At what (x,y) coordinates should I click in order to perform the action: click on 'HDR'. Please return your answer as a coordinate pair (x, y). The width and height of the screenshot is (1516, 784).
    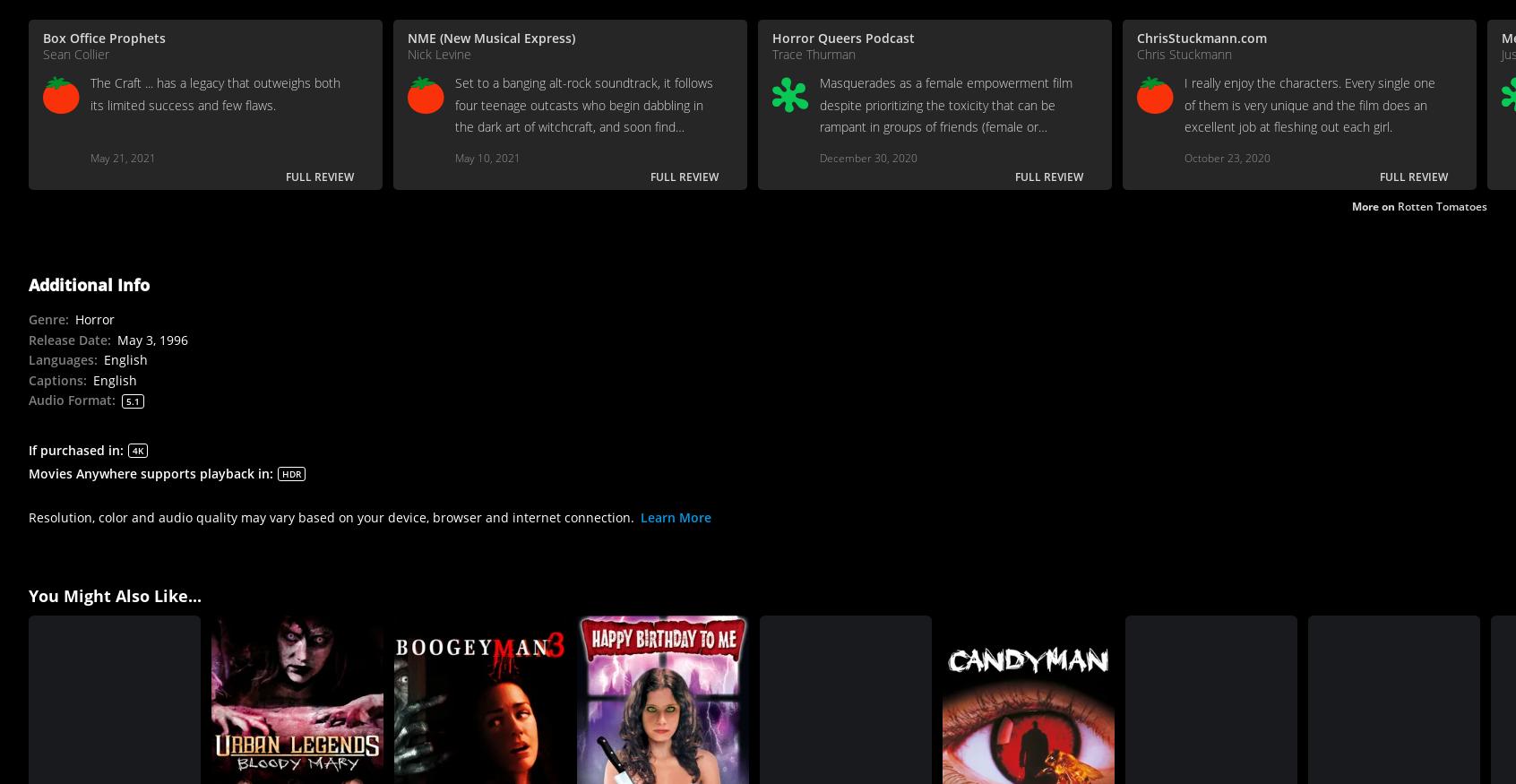
    Looking at the image, I should click on (290, 471).